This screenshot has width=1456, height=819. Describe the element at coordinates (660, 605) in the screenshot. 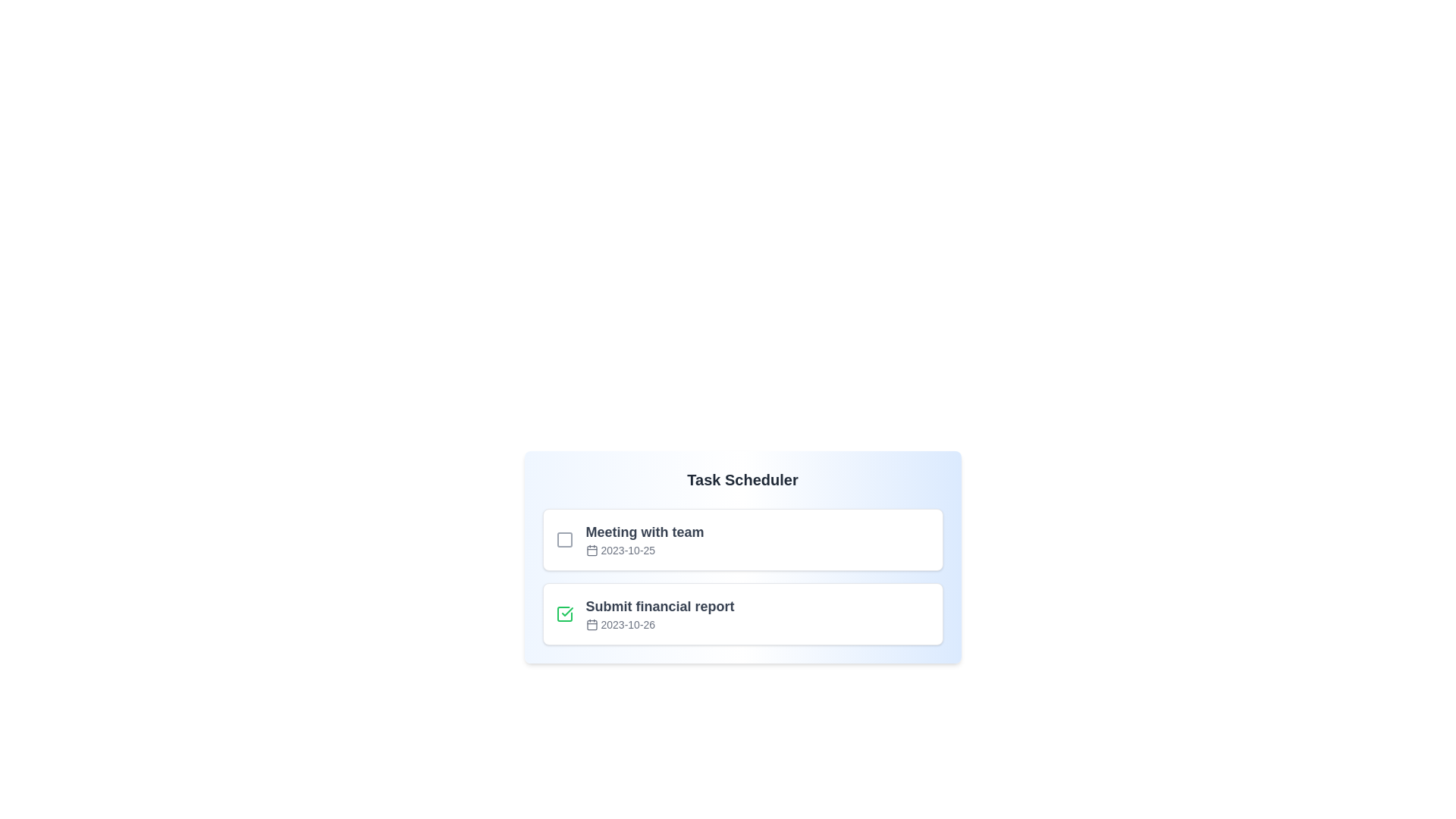

I see `text element displaying 'Submit financial report', which is styled in bold and larger font, located within the second task card under the 'Task Scheduler' heading` at that location.